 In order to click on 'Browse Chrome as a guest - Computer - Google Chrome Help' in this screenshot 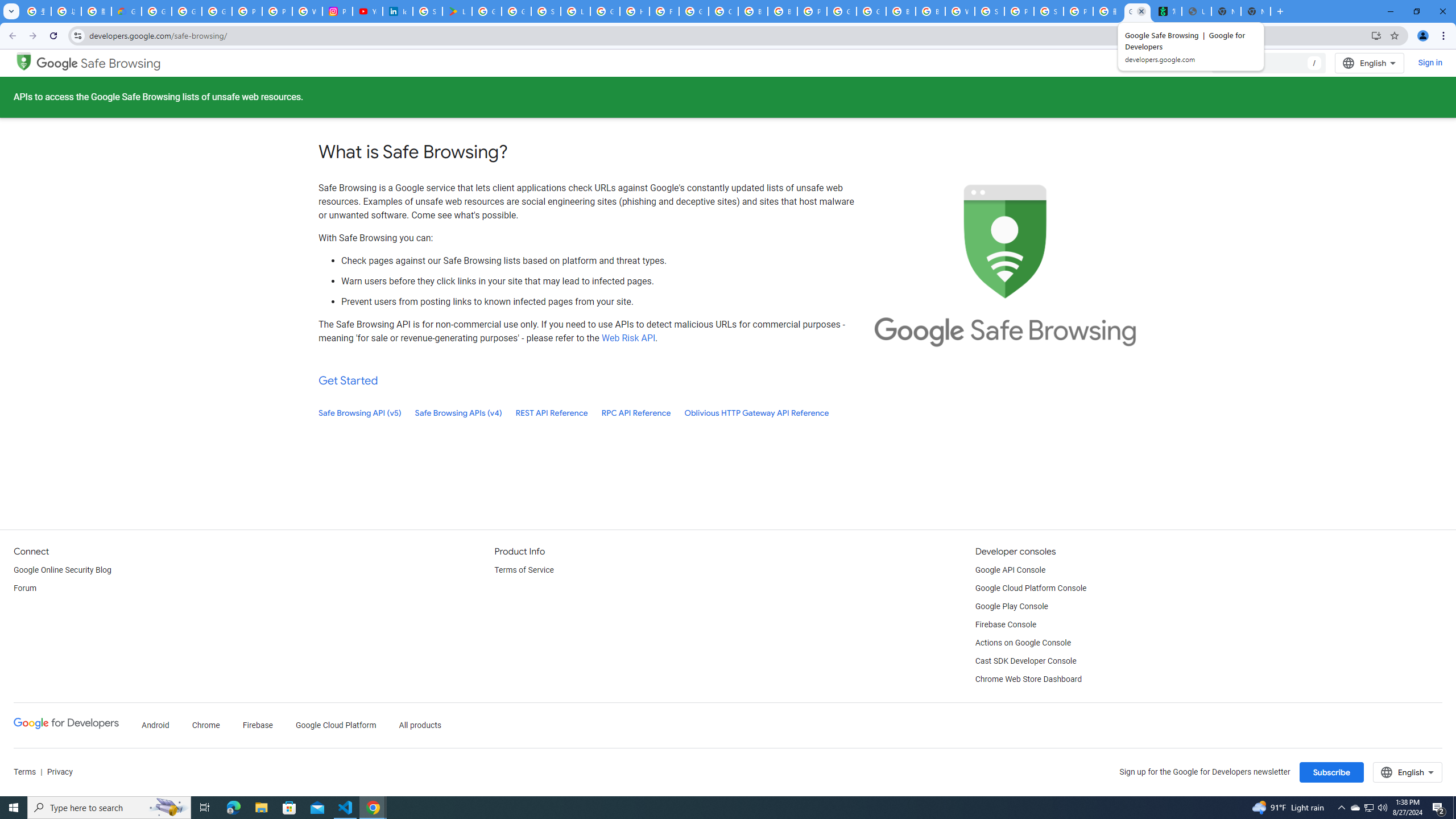, I will do `click(900, 11)`.